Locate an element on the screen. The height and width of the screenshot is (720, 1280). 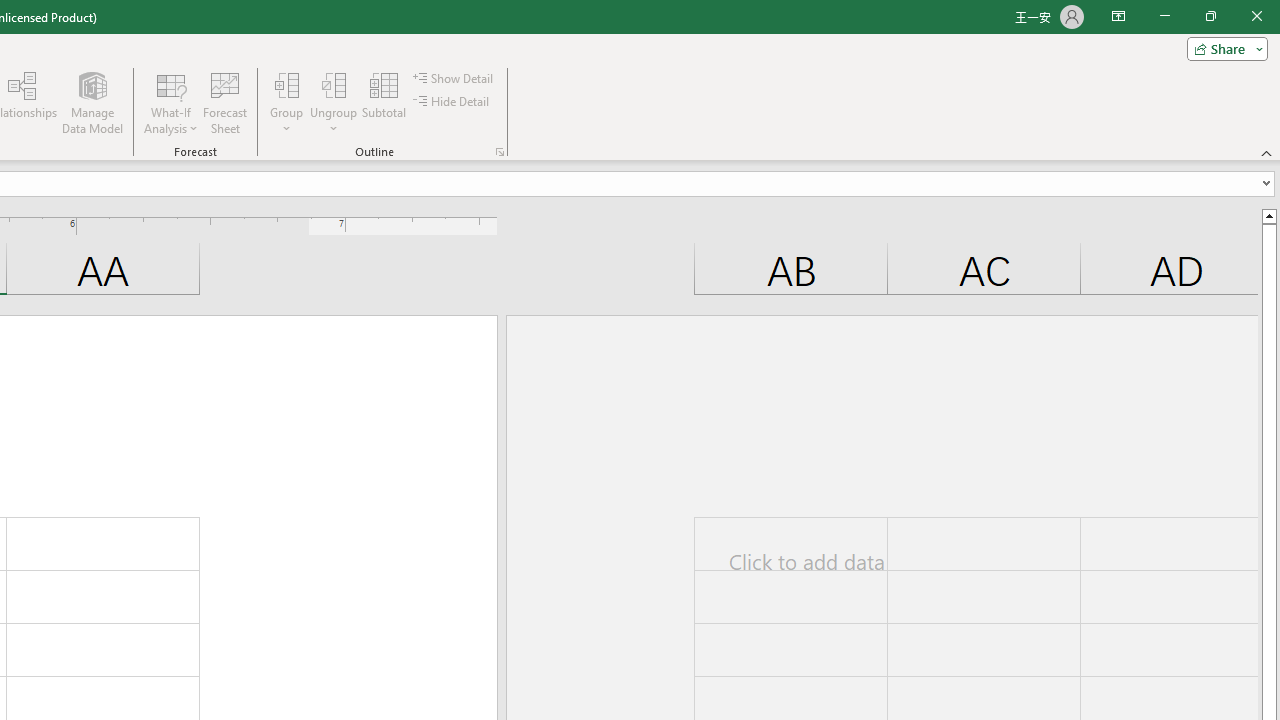
'More Options' is located at coordinates (334, 121).